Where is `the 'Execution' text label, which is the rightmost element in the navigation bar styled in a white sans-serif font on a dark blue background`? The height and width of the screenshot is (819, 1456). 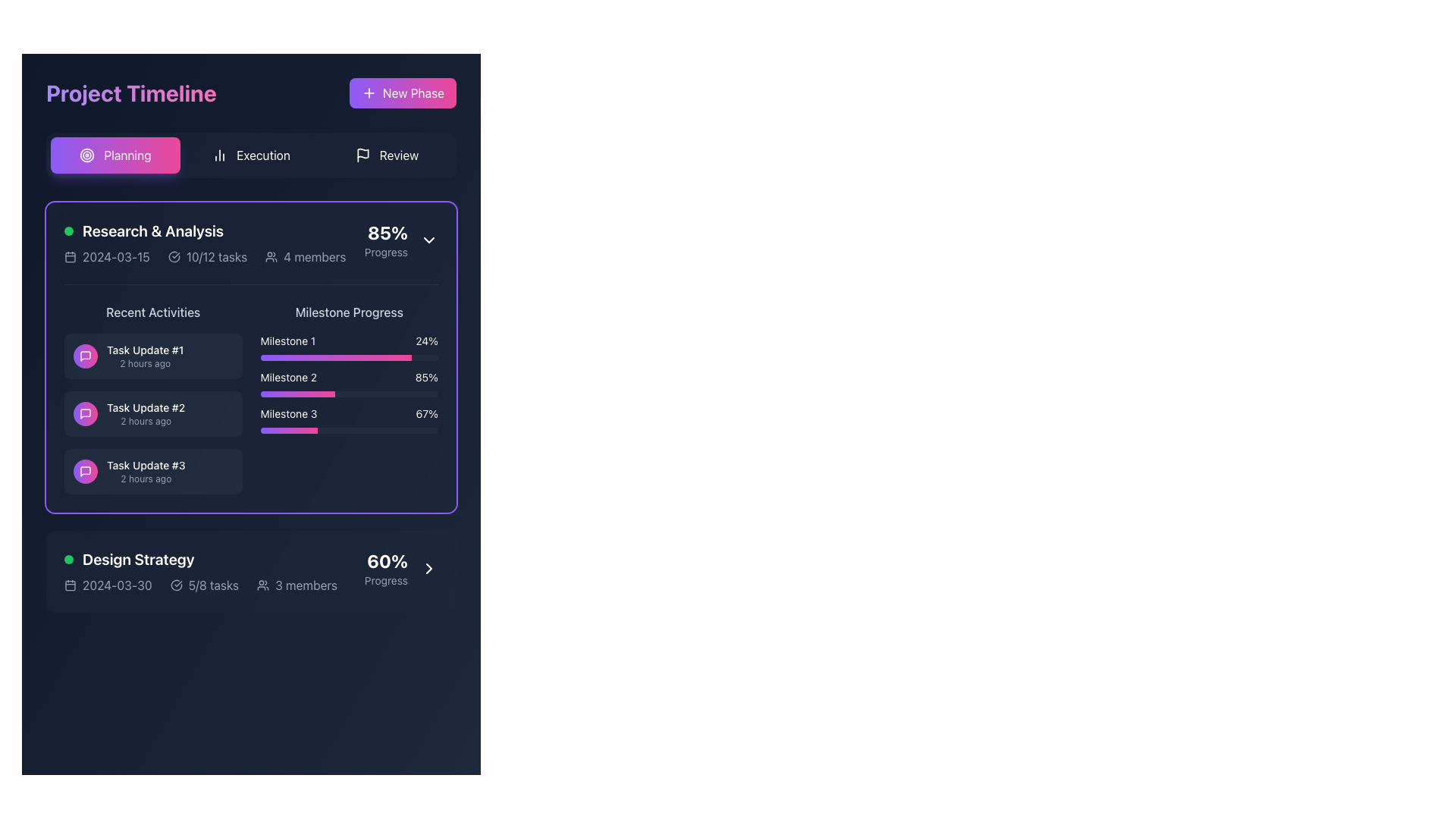 the 'Execution' text label, which is the rightmost element in the navigation bar styled in a white sans-serif font on a dark blue background is located at coordinates (263, 155).